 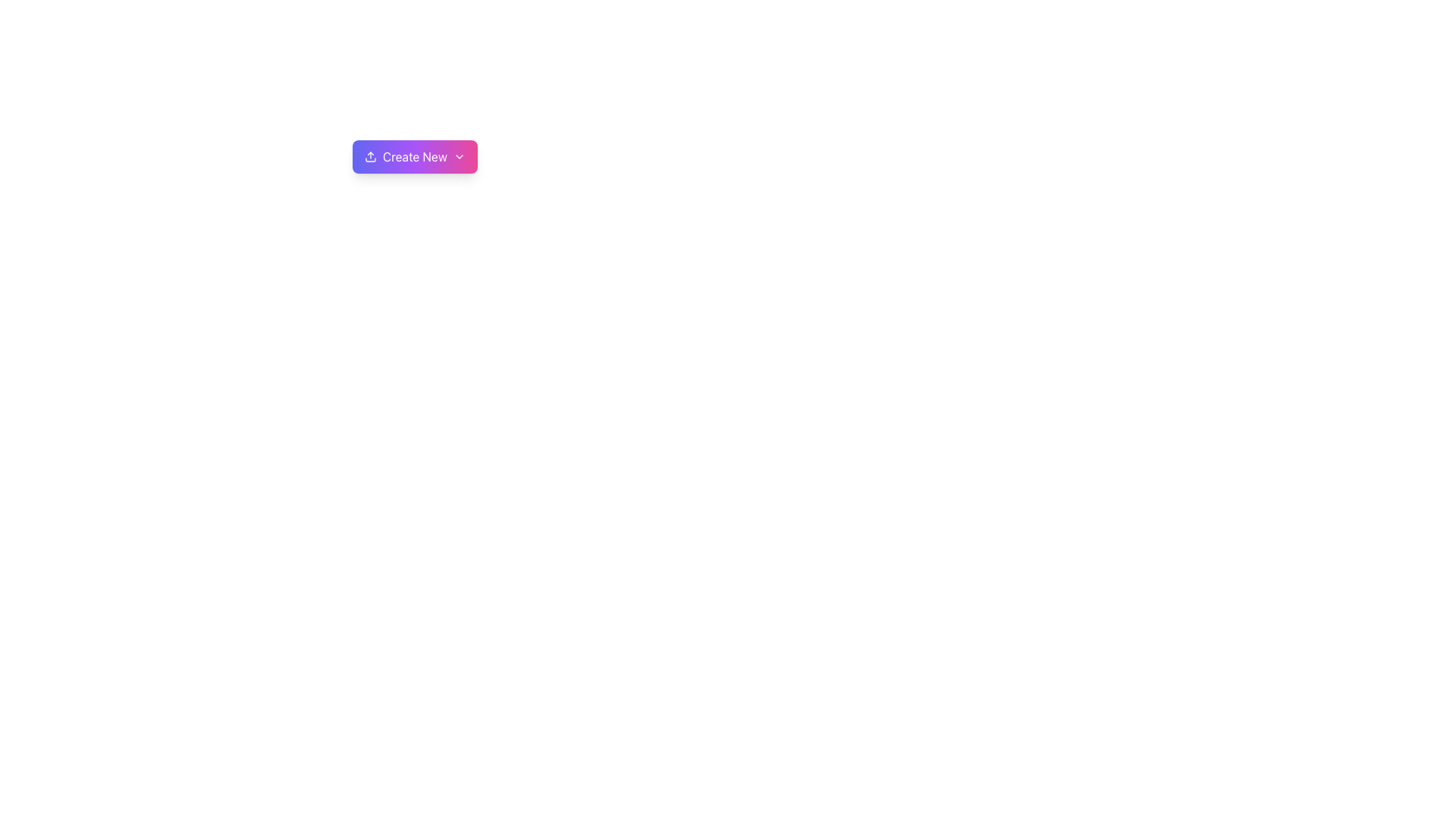 What do you see at coordinates (415, 157) in the screenshot?
I see `text content of the 'Create New' text component, which is centrally aligned within a gradient button transitioning from blue to purple to pink` at bounding box center [415, 157].